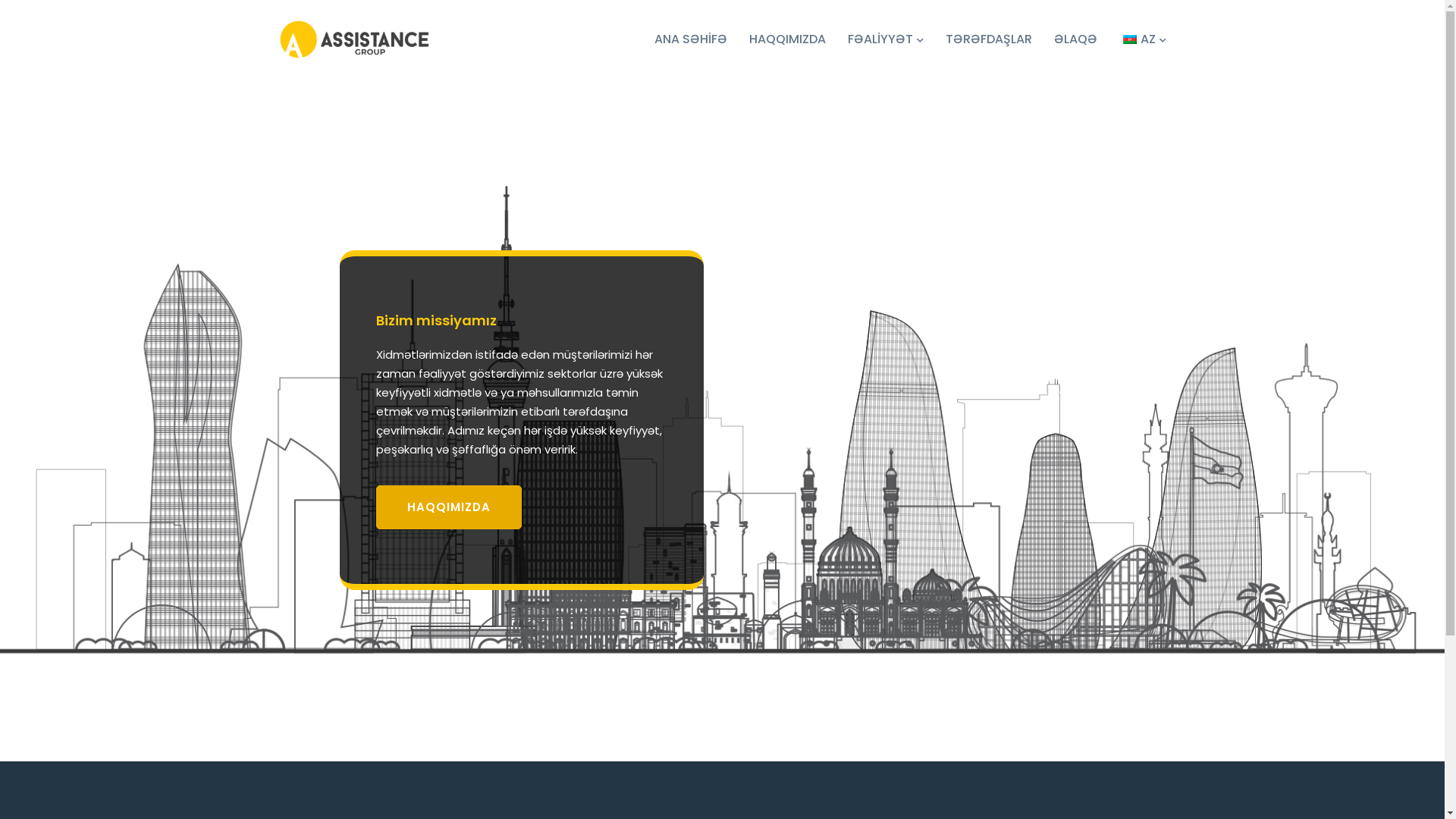 The image size is (1456, 819). What do you see at coordinates (1119, 38) in the screenshot?
I see `'AZ'` at bounding box center [1119, 38].